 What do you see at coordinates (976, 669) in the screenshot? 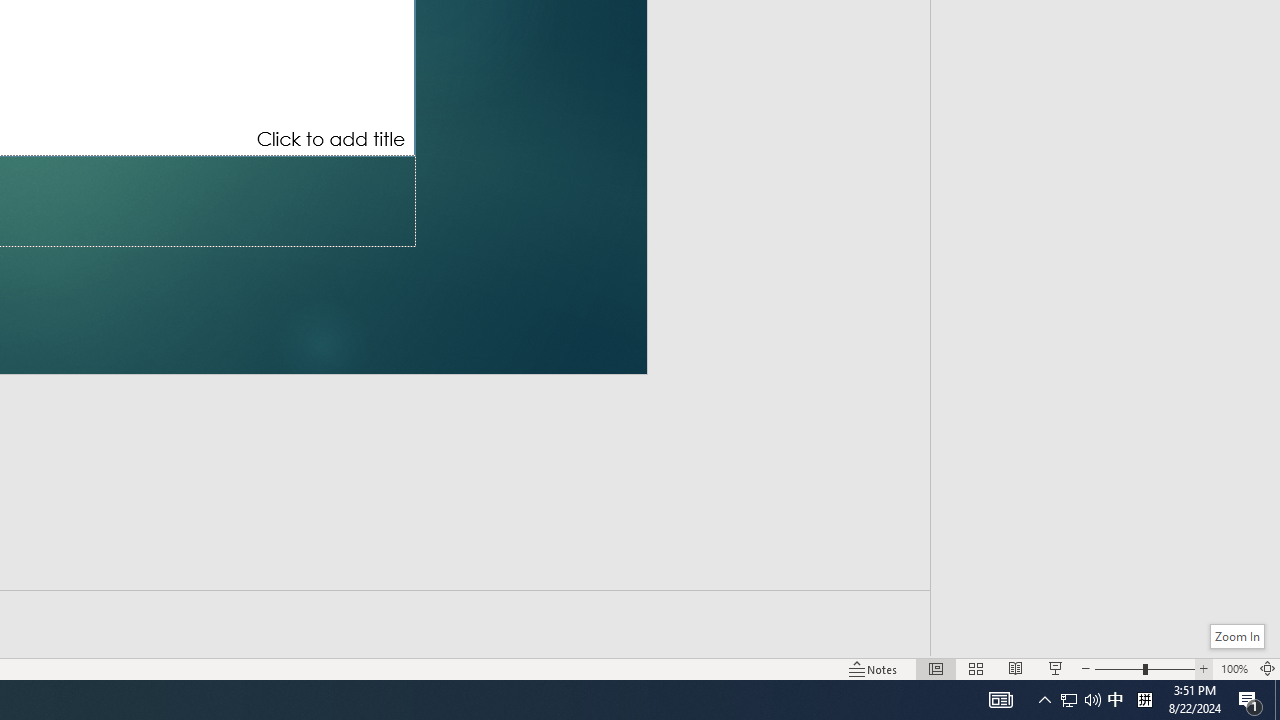
I see `'Slide Sorter'` at bounding box center [976, 669].